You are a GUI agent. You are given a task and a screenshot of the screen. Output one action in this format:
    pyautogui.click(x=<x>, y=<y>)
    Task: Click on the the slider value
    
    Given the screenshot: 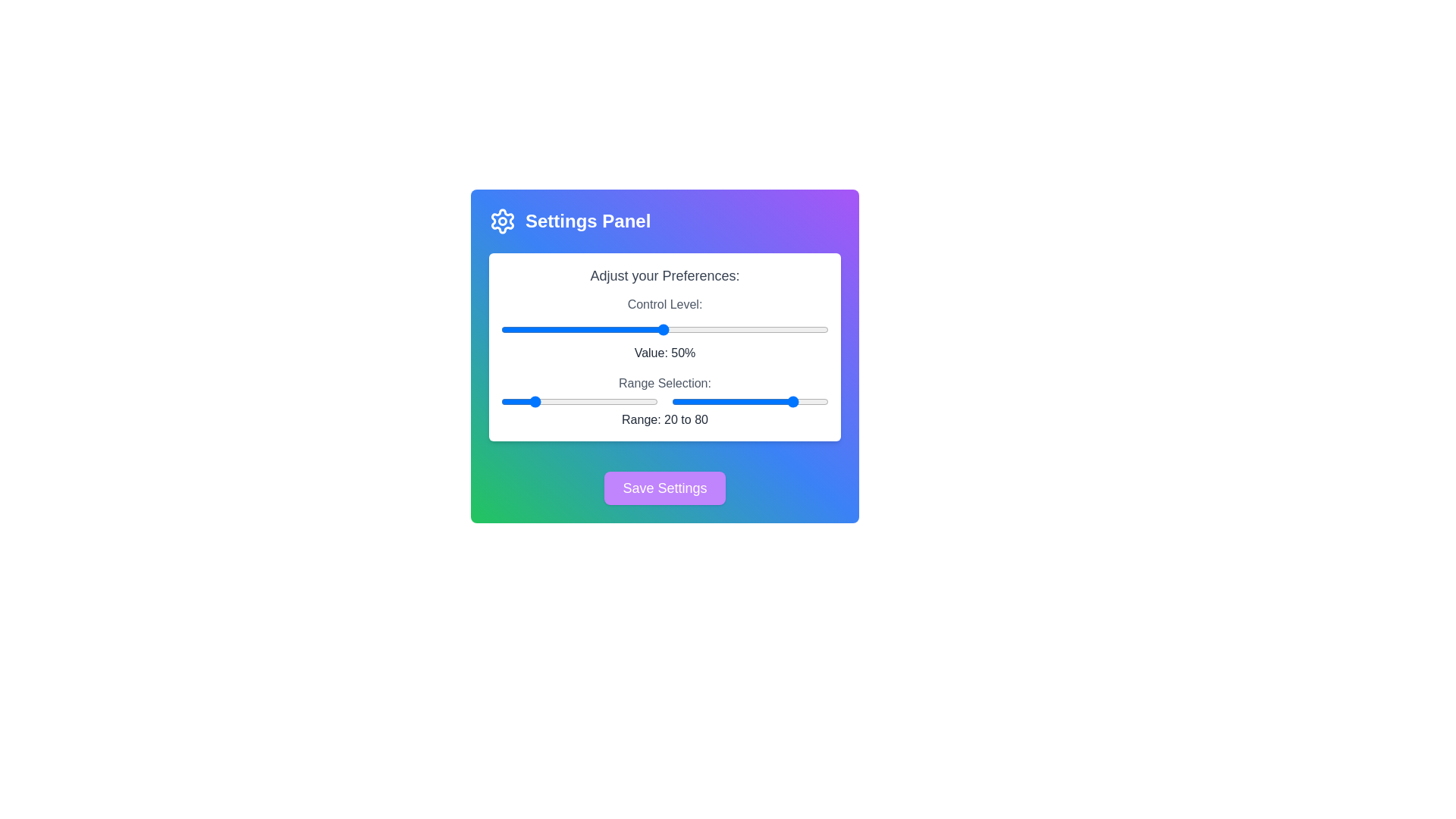 What is the action you would take?
    pyautogui.click(x=560, y=329)
    